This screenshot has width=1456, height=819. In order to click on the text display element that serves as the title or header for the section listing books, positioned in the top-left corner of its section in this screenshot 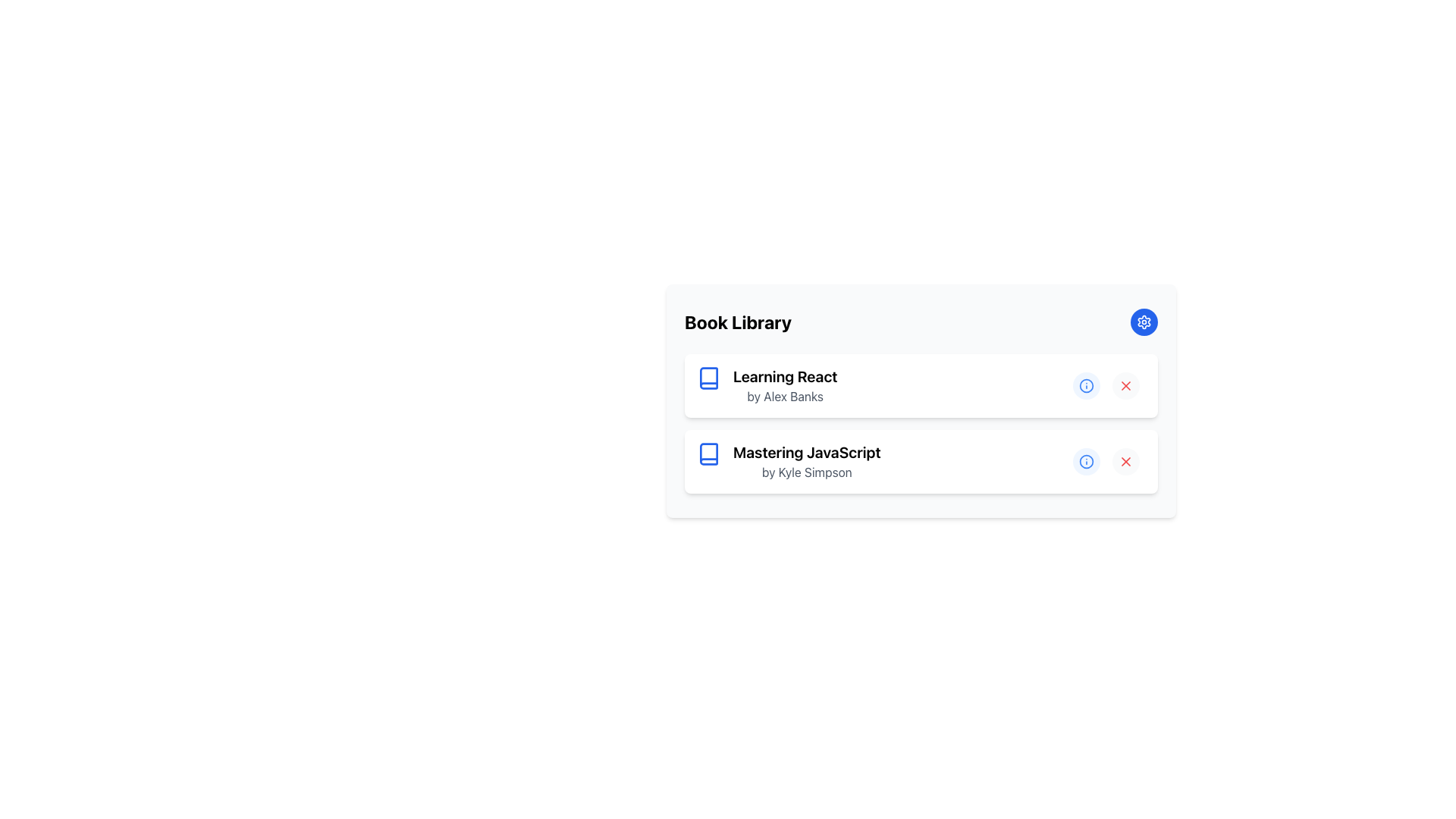, I will do `click(738, 321)`.